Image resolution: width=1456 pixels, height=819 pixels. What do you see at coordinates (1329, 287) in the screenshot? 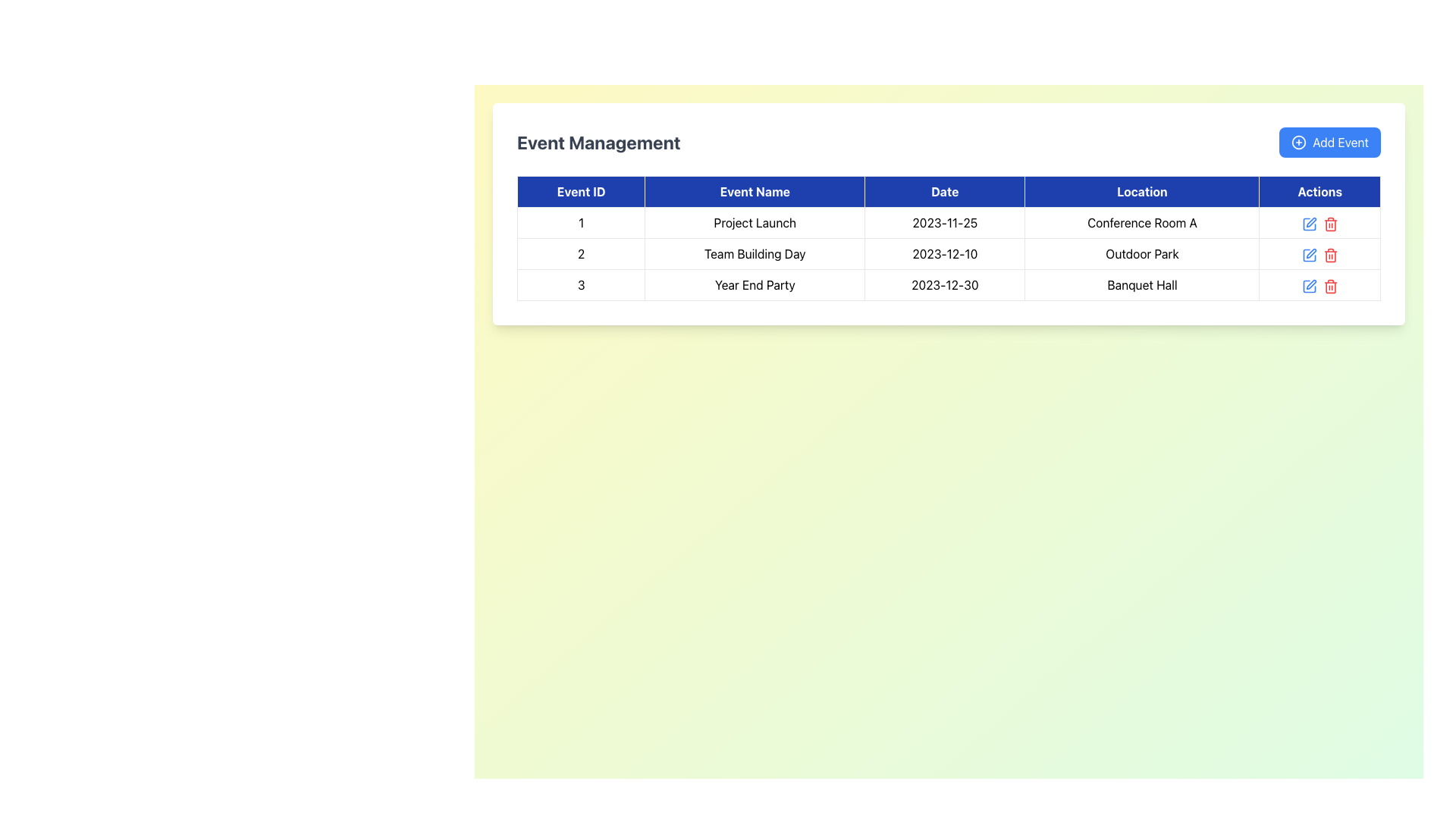
I see `the trash can icon in the Actions column of the third row of the table` at bounding box center [1329, 287].